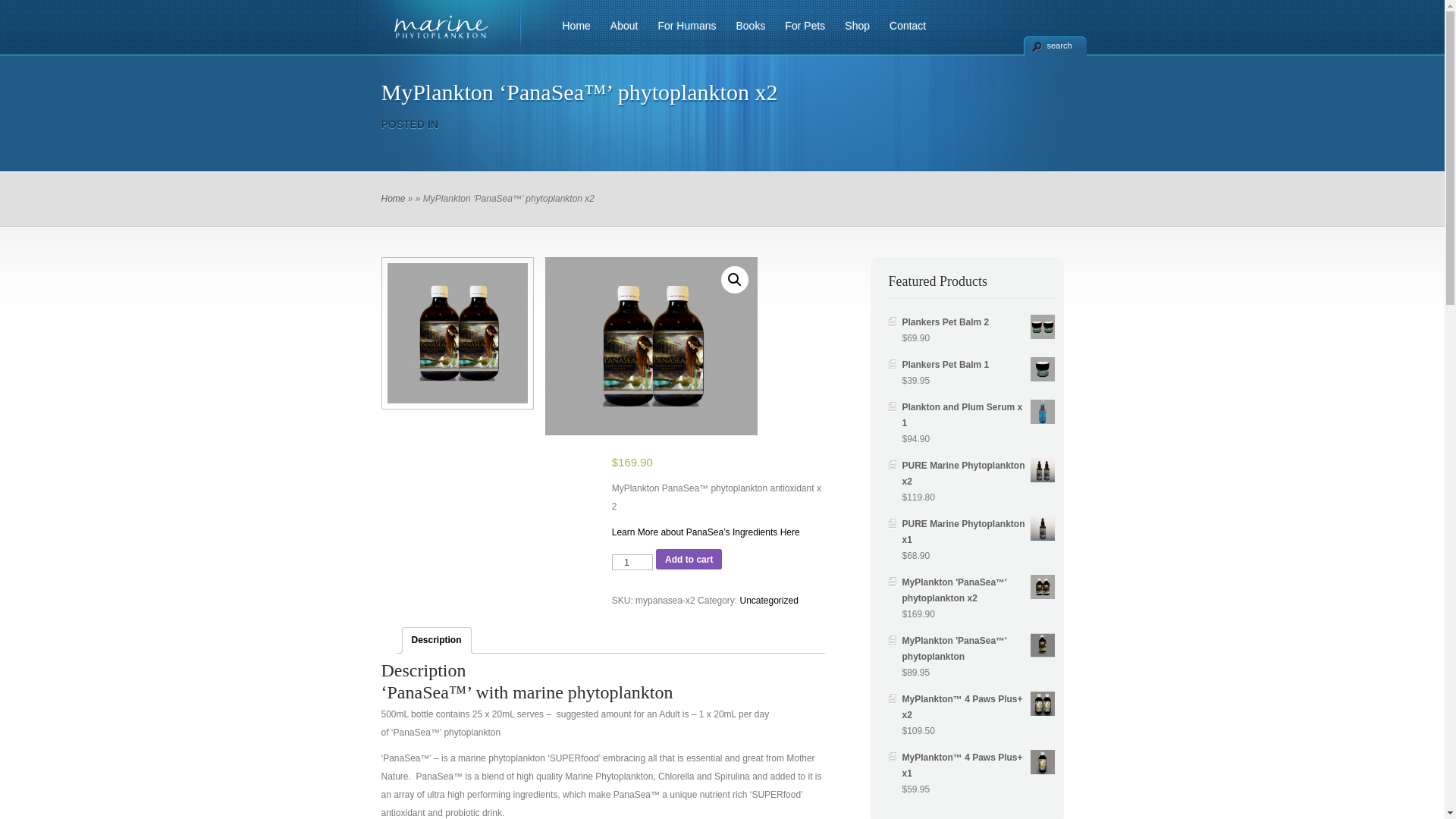  Describe the element at coordinates (688, 559) in the screenshot. I see `'Add to cart'` at that location.